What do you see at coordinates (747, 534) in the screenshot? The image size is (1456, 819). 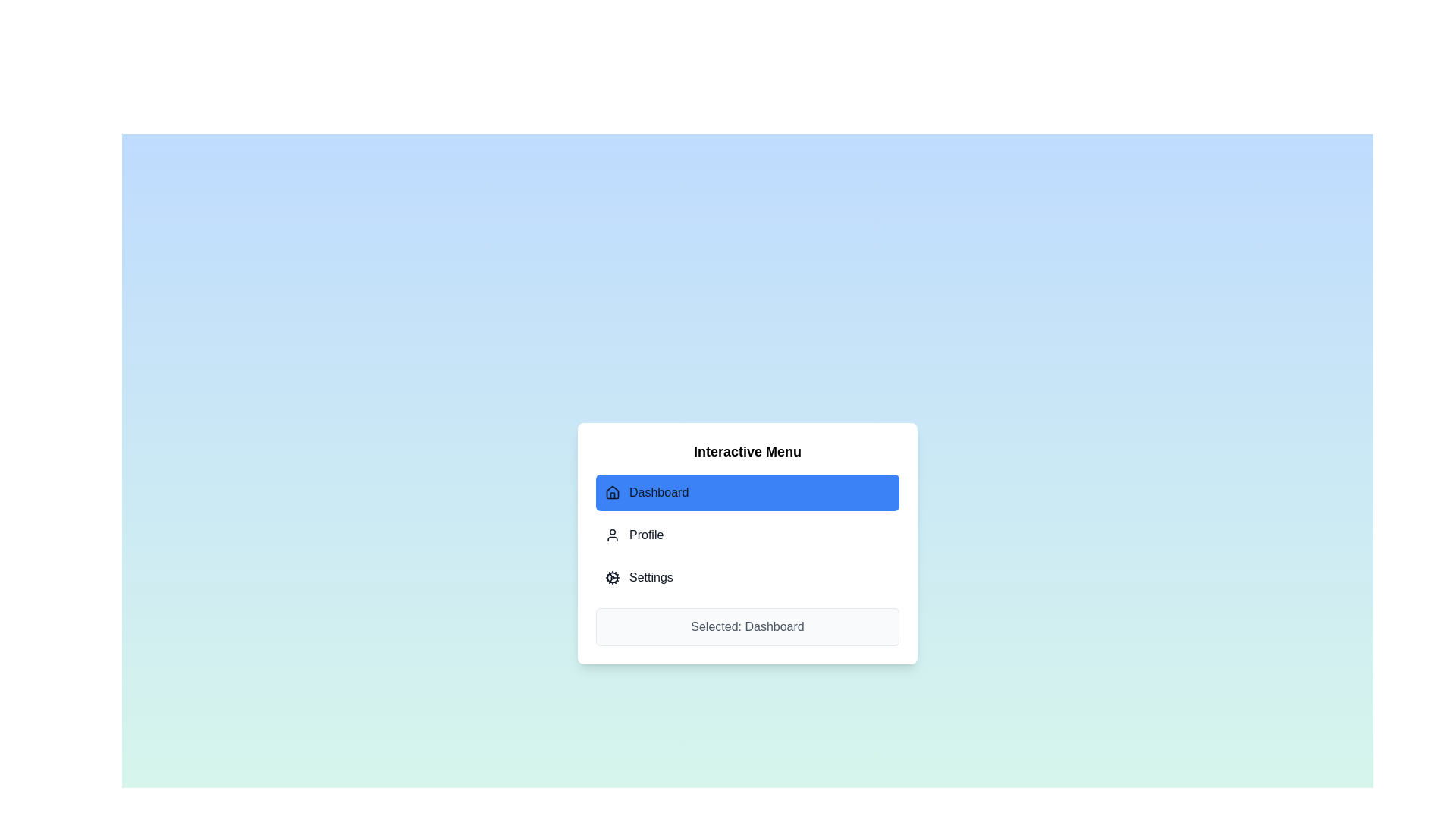 I see `the Profile tab in the menu` at bounding box center [747, 534].